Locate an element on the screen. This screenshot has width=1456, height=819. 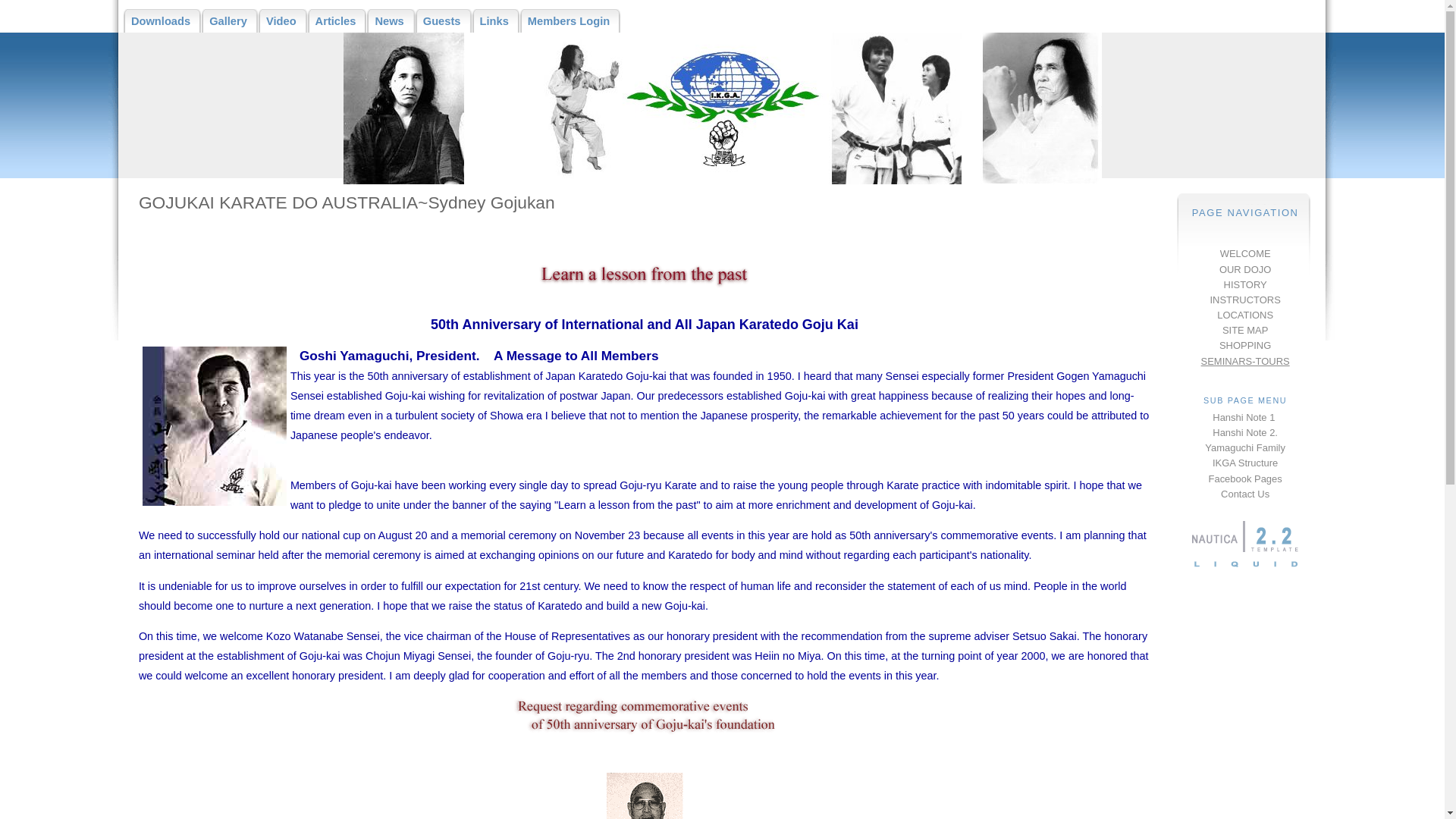
'WELCOME' is located at coordinates (1245, 253).